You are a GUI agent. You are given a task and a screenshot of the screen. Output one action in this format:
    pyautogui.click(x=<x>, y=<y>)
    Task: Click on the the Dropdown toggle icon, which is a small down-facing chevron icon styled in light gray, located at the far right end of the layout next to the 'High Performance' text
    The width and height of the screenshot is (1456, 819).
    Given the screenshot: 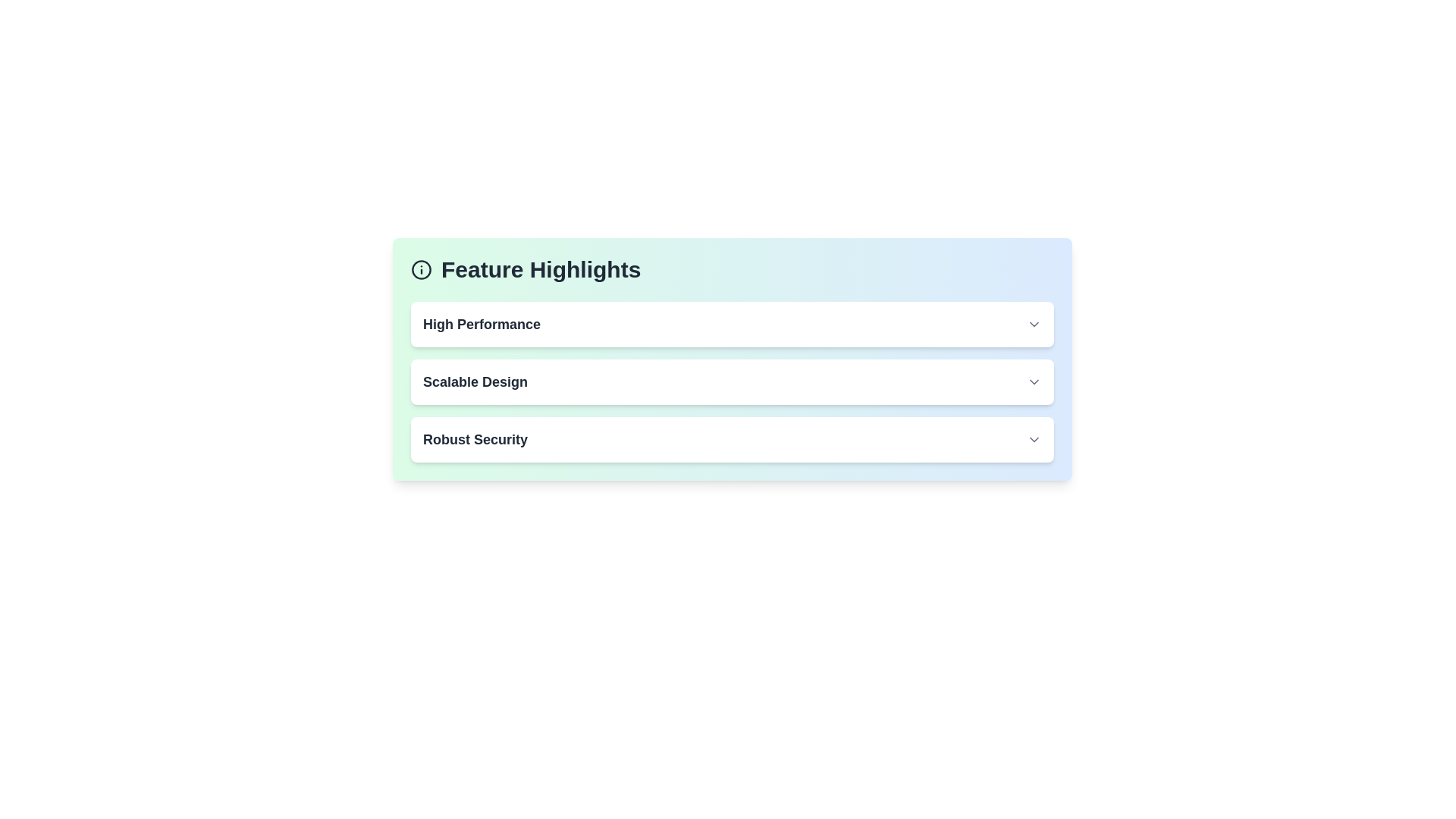 What is the action you would take?
    pyautogui.click(x=1033, y=324)
    